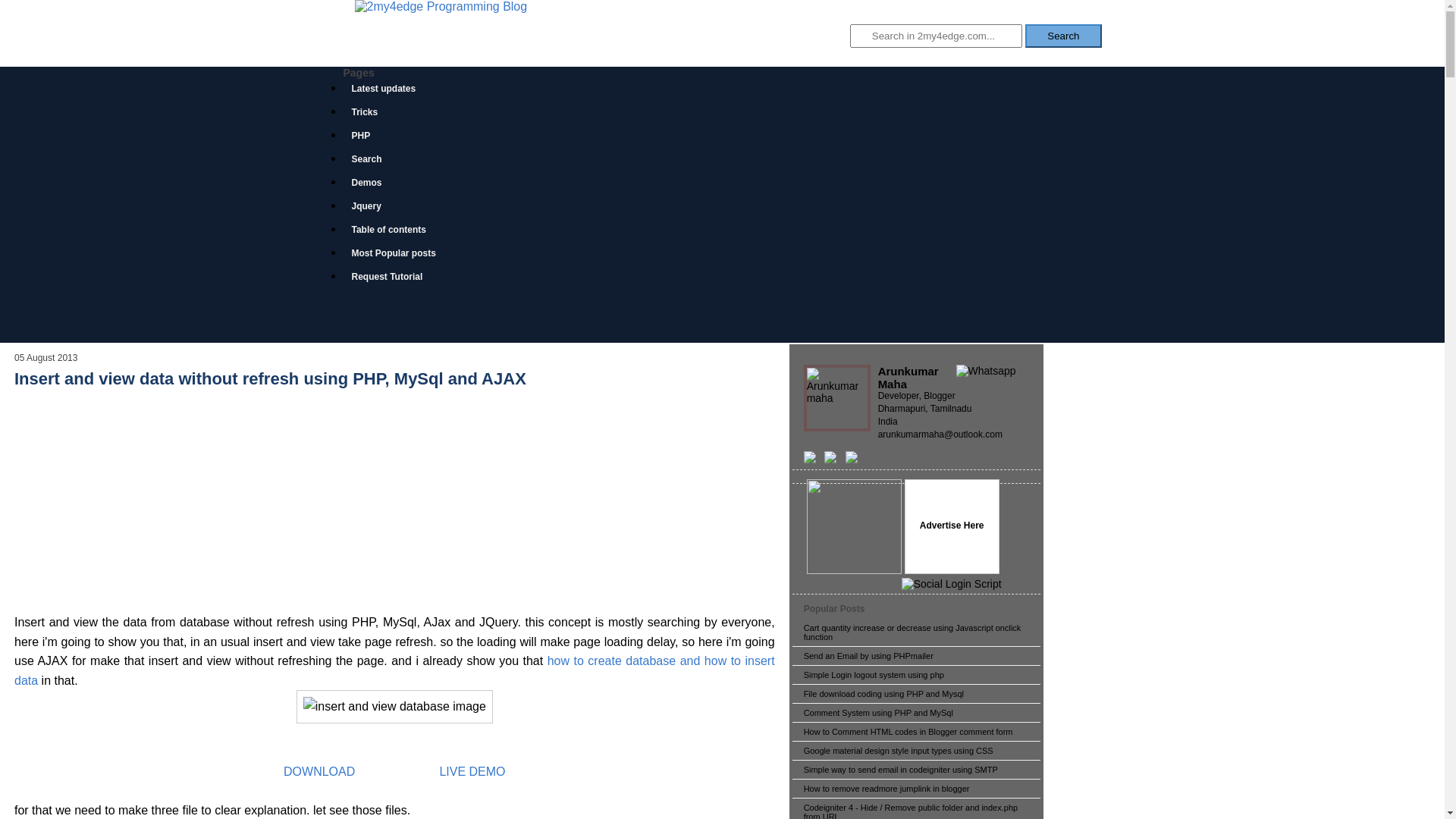  I want to click on 'arunkumarmaha@outlook.com', so click(939, 435).